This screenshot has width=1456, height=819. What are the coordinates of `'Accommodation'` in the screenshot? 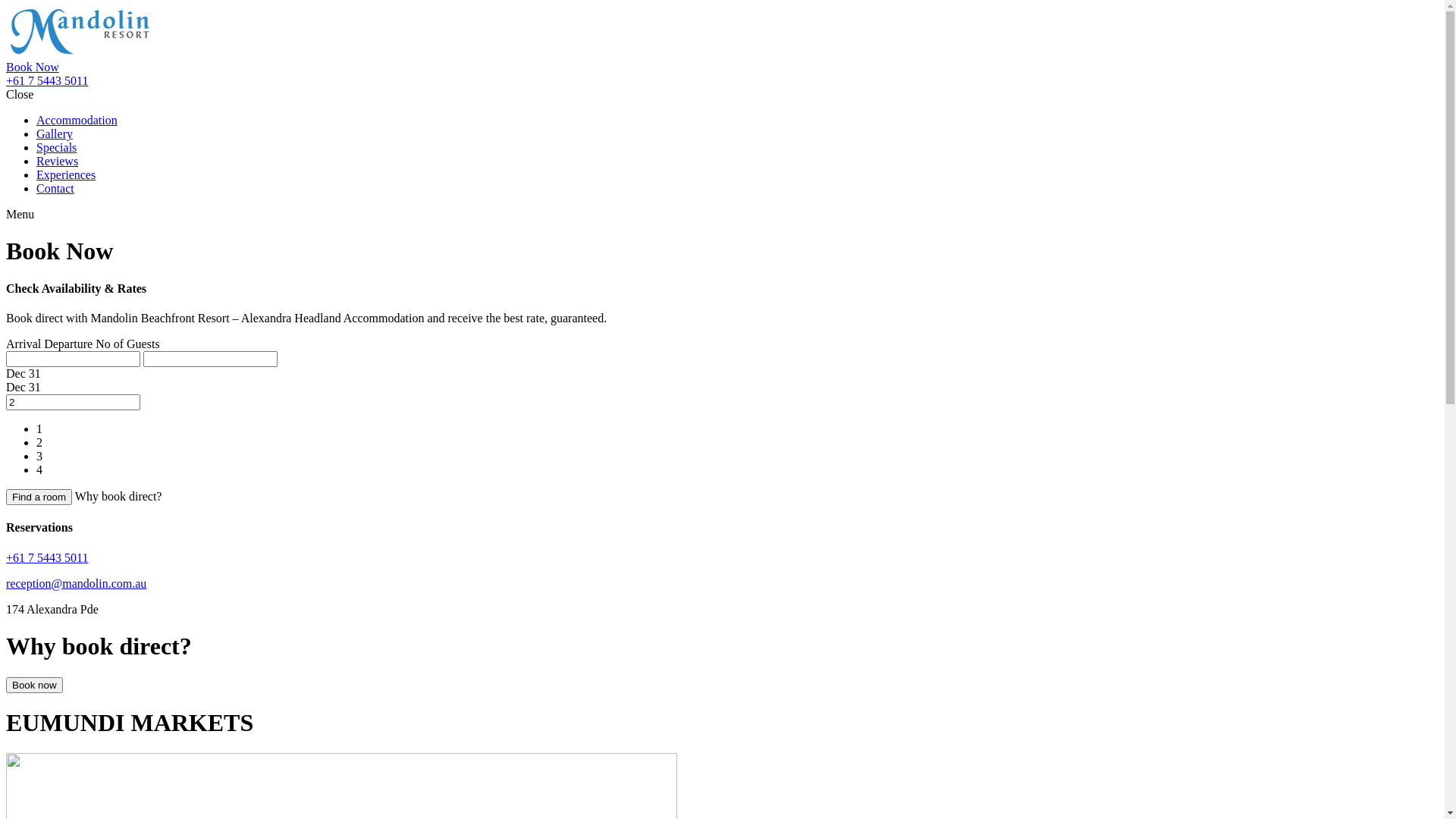 It's located at (76, 119).